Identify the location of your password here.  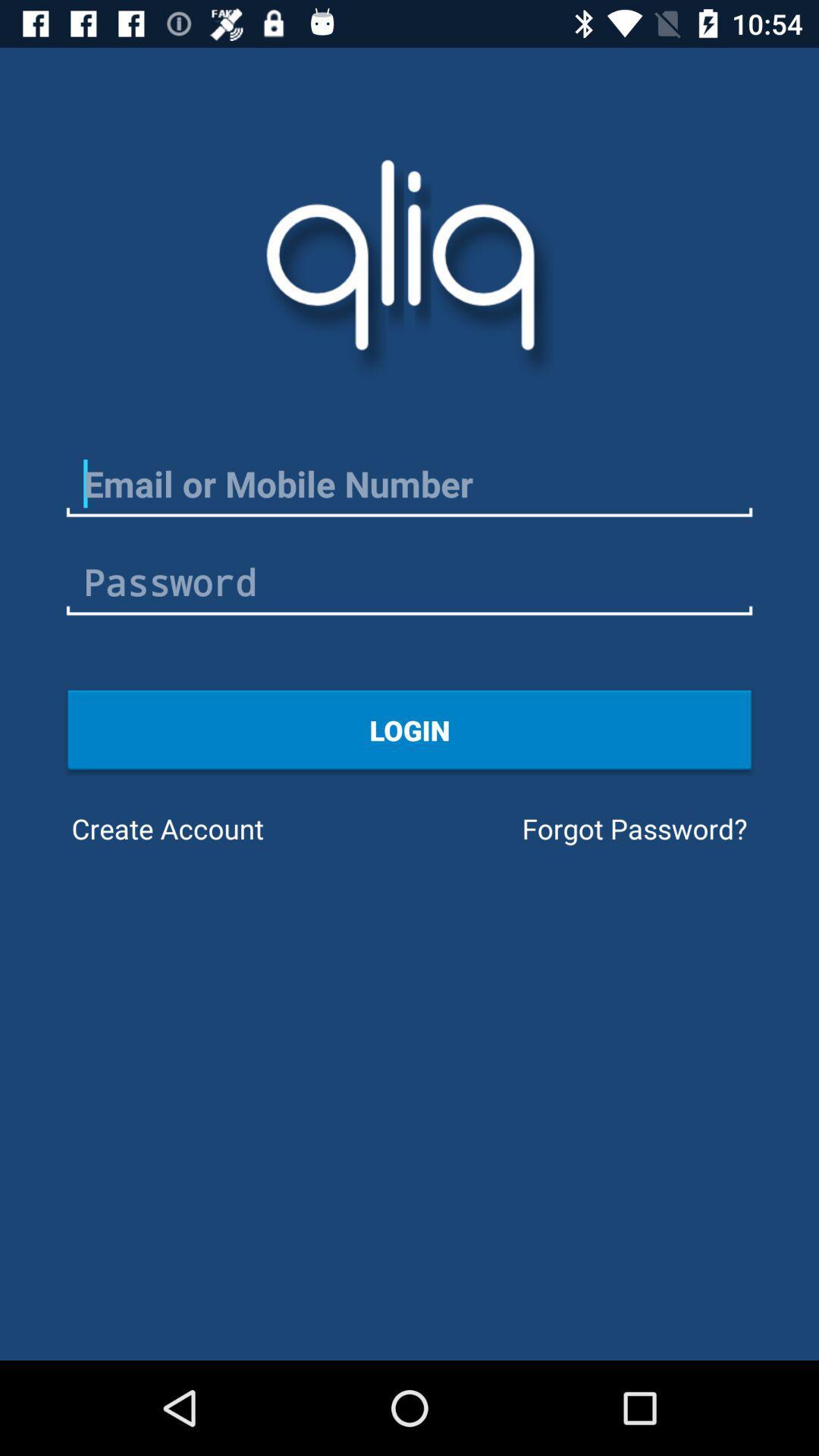
(409, 582).